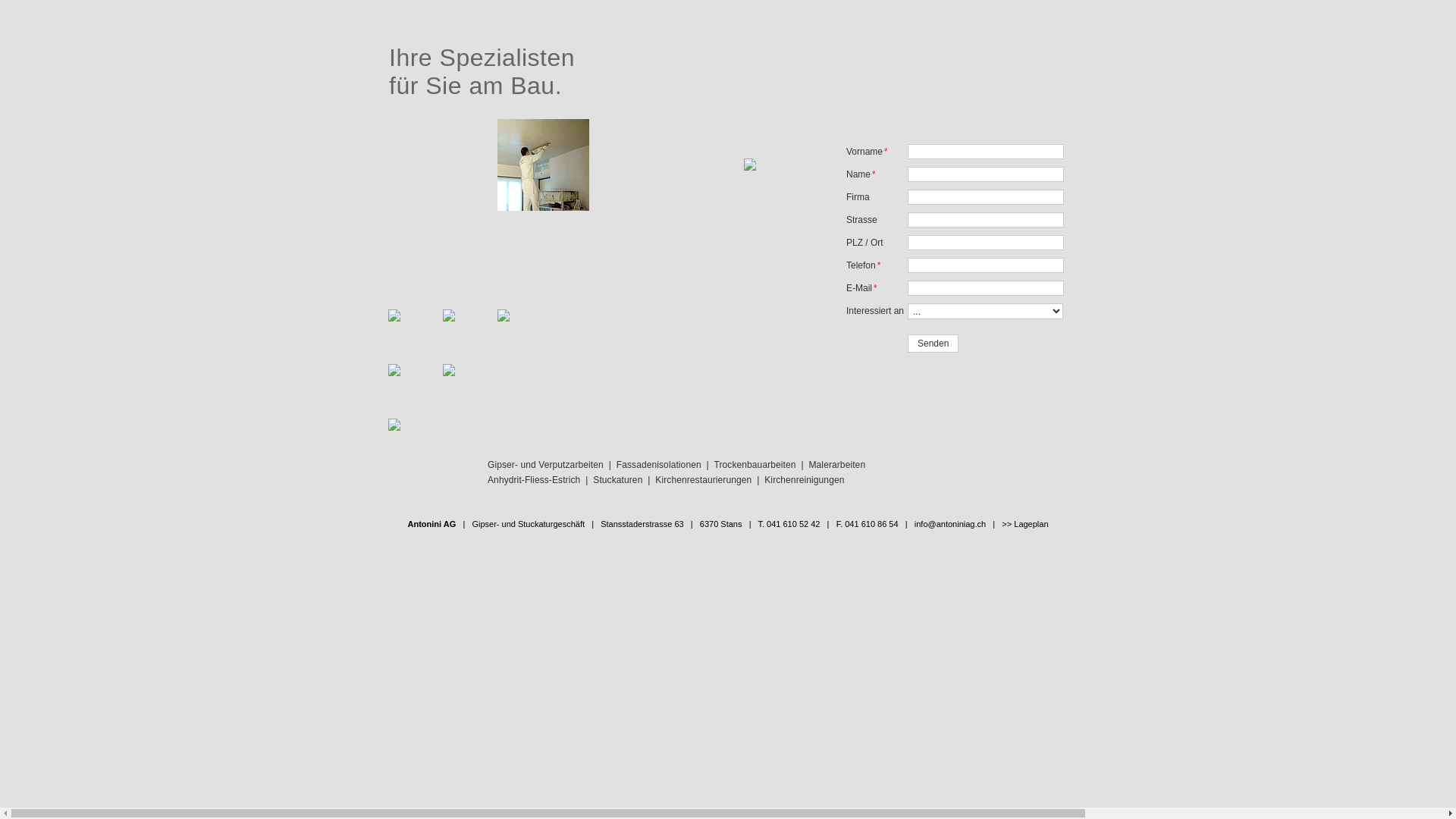 Image resolution: width=1456 pixels, height=819 pixels. What do you see at coordinates (932, 343) in the screenshot?
I see `'Senden'` at bounding box center [932, 343].